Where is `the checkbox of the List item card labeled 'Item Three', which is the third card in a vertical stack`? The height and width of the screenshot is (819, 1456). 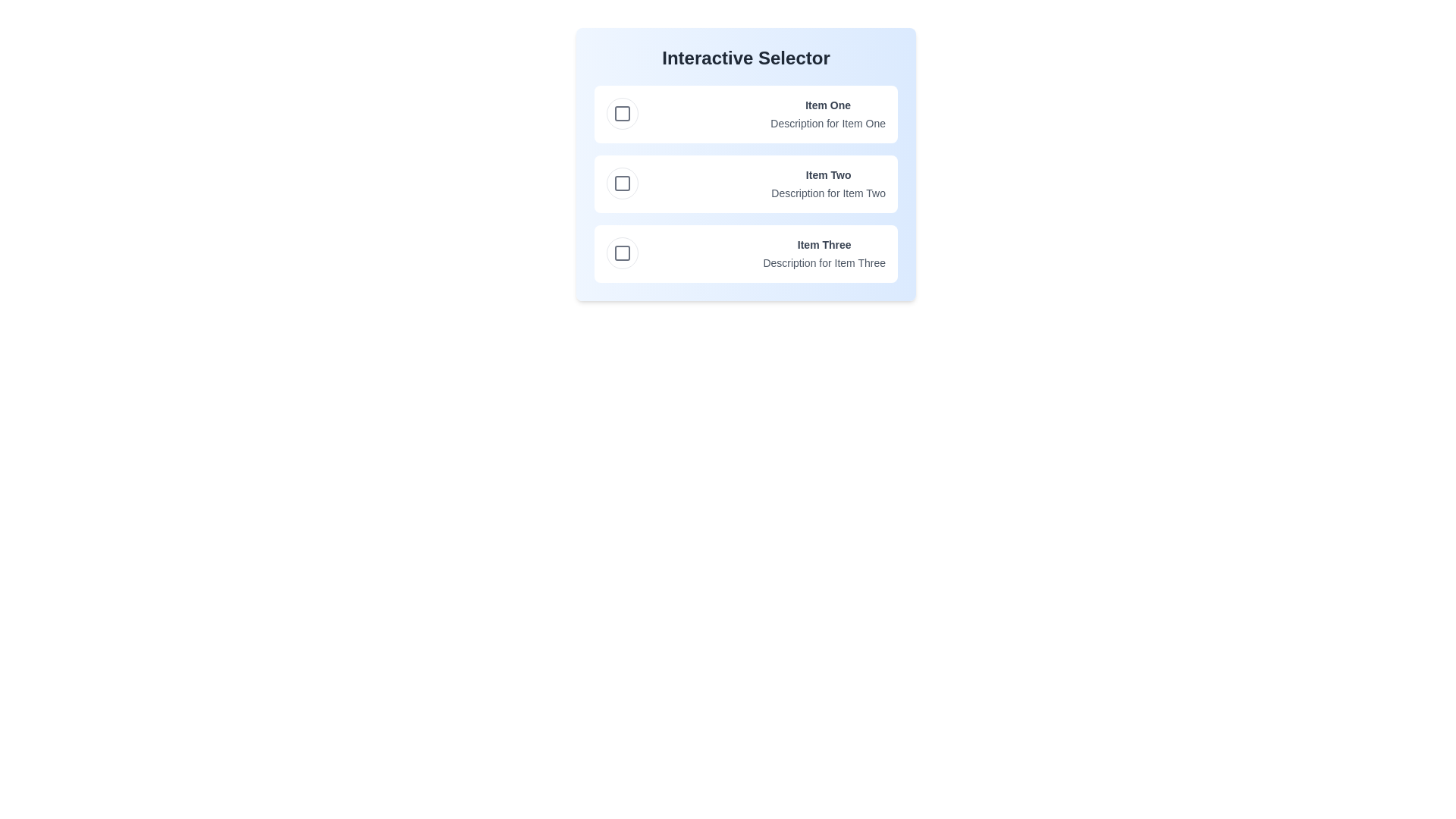 the checkbox of the List item card labeled 'Item Three', which is the third card in a vertical stack is located at coordinates (745, 253).